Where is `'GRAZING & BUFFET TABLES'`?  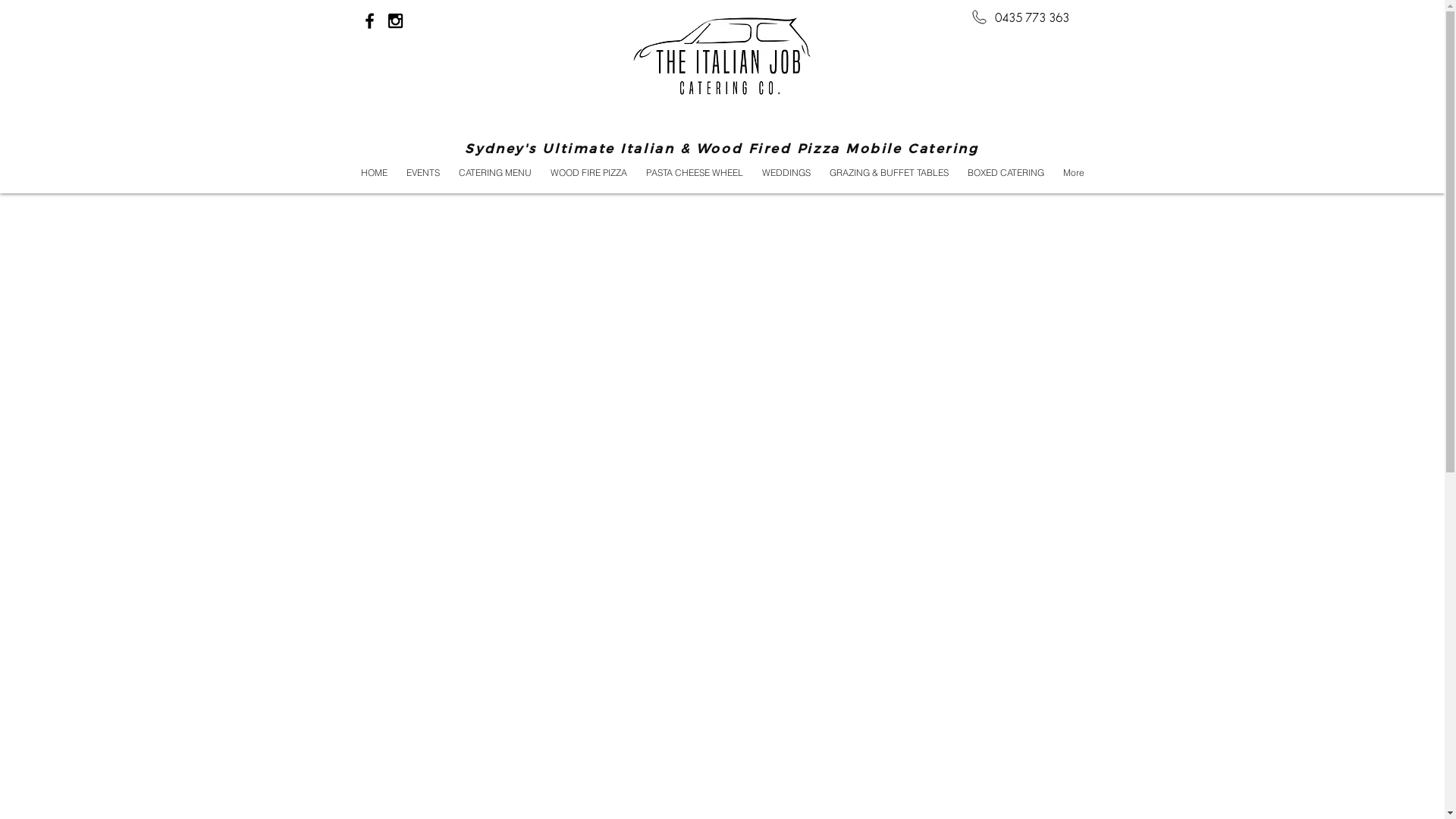 'GRAZING & BUFFET TABLES' is located at coordinates (819, 171).